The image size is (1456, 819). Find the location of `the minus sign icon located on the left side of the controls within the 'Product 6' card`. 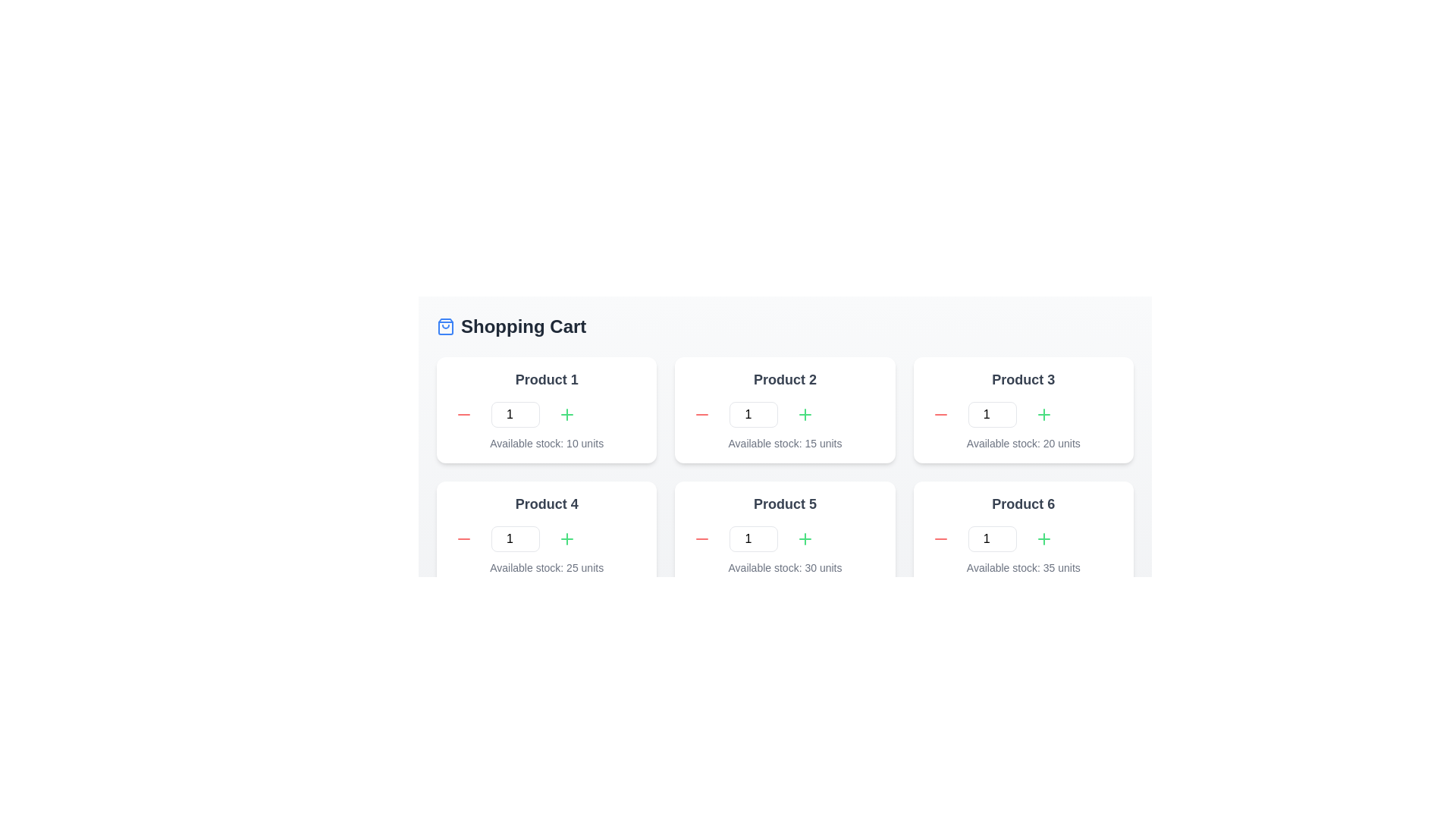

the minus sign icon located on the left side of the controls within the 'Product 6' card is located at coordinates (940, 538).